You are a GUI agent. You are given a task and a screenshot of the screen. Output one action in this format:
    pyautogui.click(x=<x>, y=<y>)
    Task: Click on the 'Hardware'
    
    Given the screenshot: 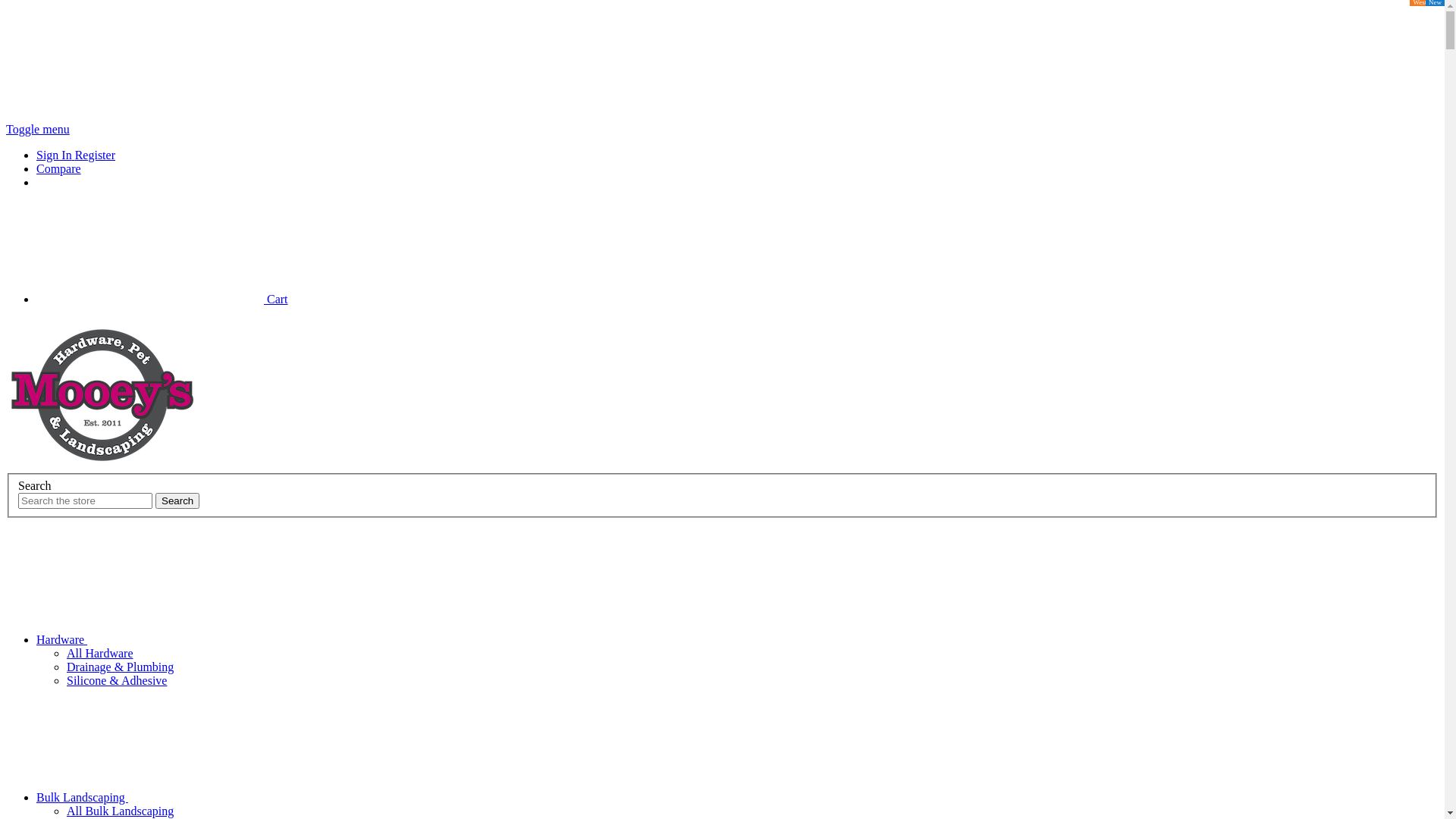 What is the action you would take?
    pyautogui.click(x=36, y=639)
    